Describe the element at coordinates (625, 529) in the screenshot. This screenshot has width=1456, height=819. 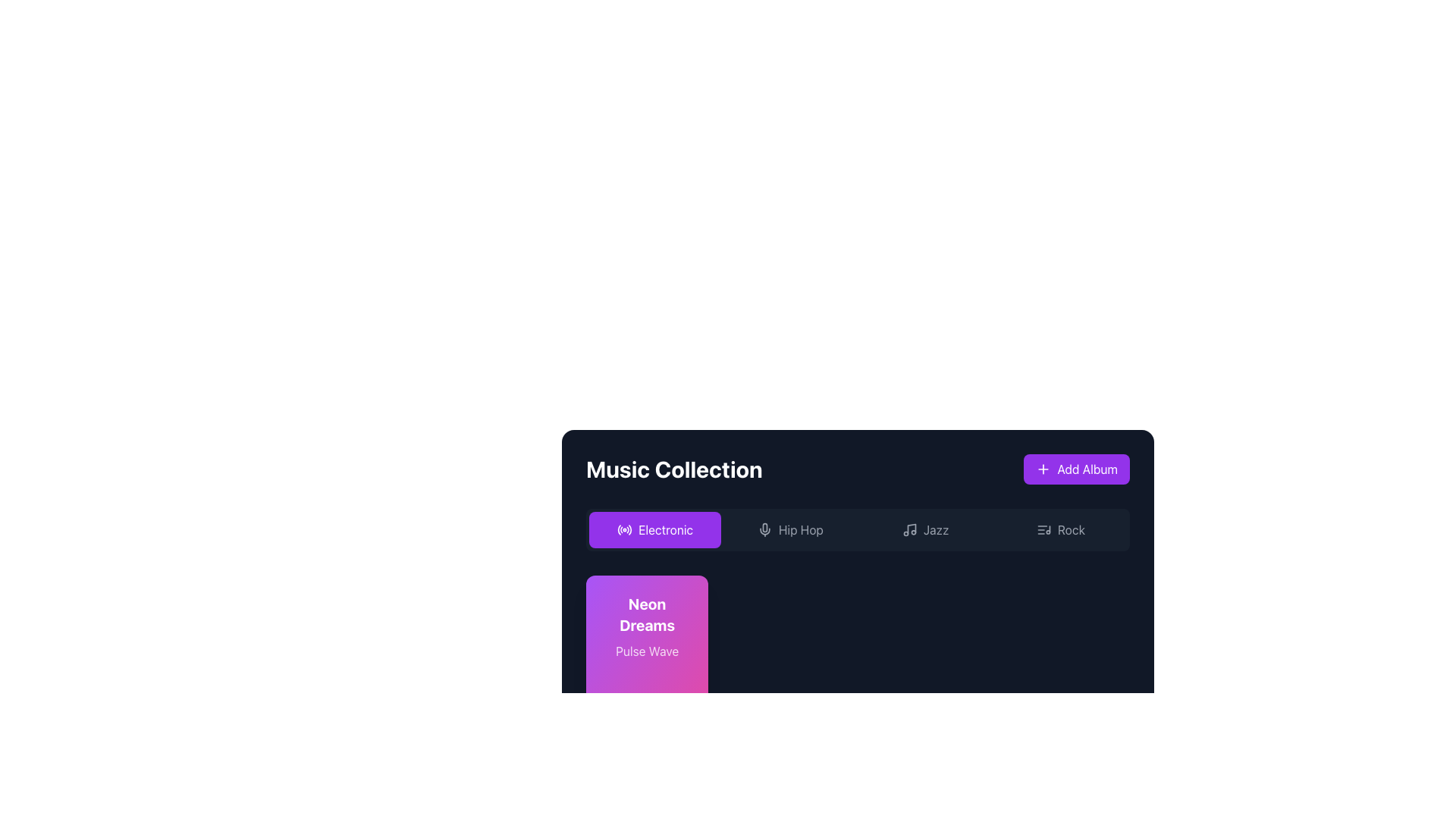
I see `the radio signal icon located to the left of the text 'Electronic' within the purple button in the top-left quadrant of the interface under 'Music Collection'` at that location.